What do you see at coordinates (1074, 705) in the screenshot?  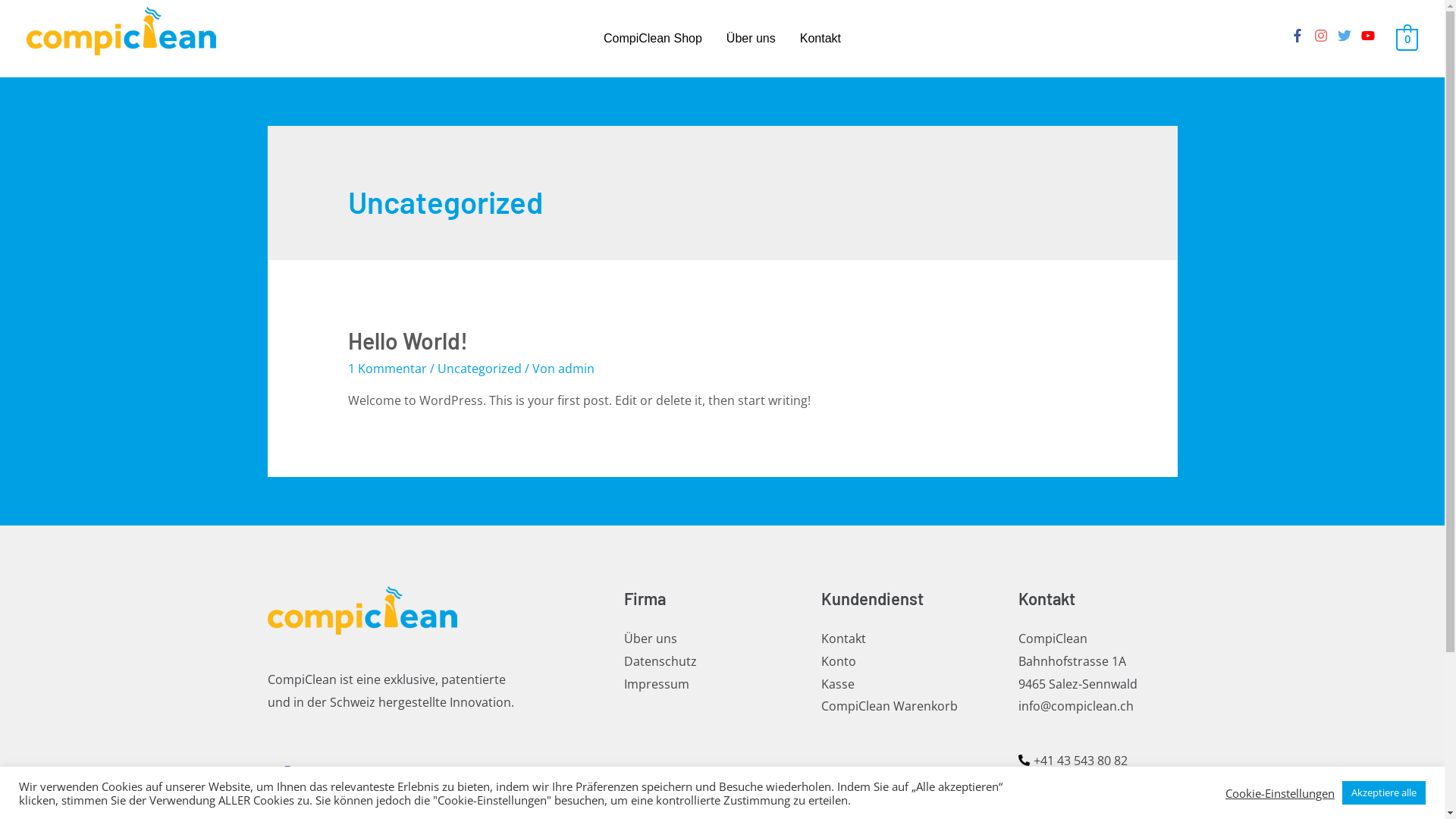 I see `'info@compiclean.ch'` at bounding box center [1074, 705].